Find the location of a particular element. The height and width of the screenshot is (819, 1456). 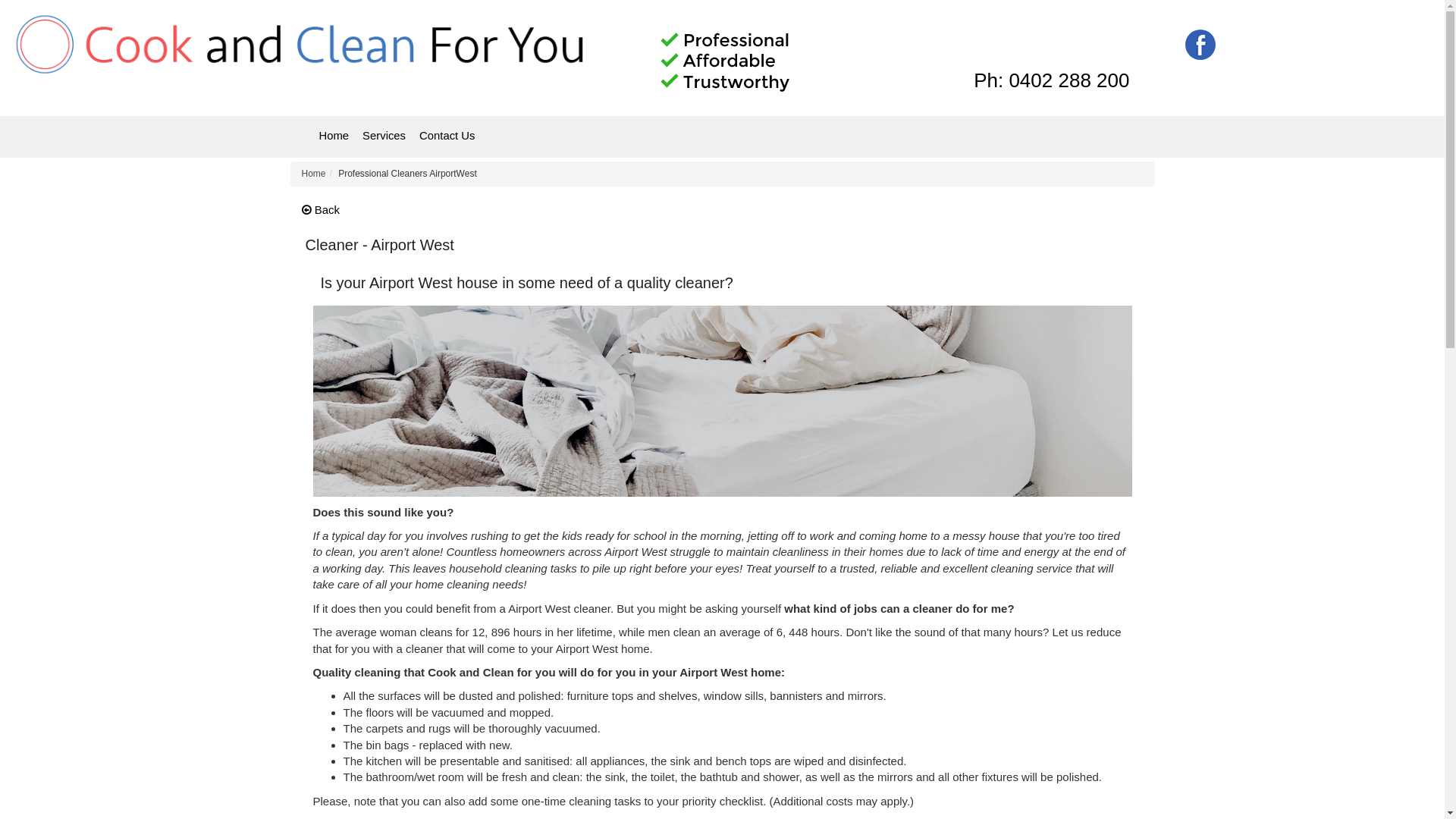

'Contact Us' is located at coordinates (446, 135).